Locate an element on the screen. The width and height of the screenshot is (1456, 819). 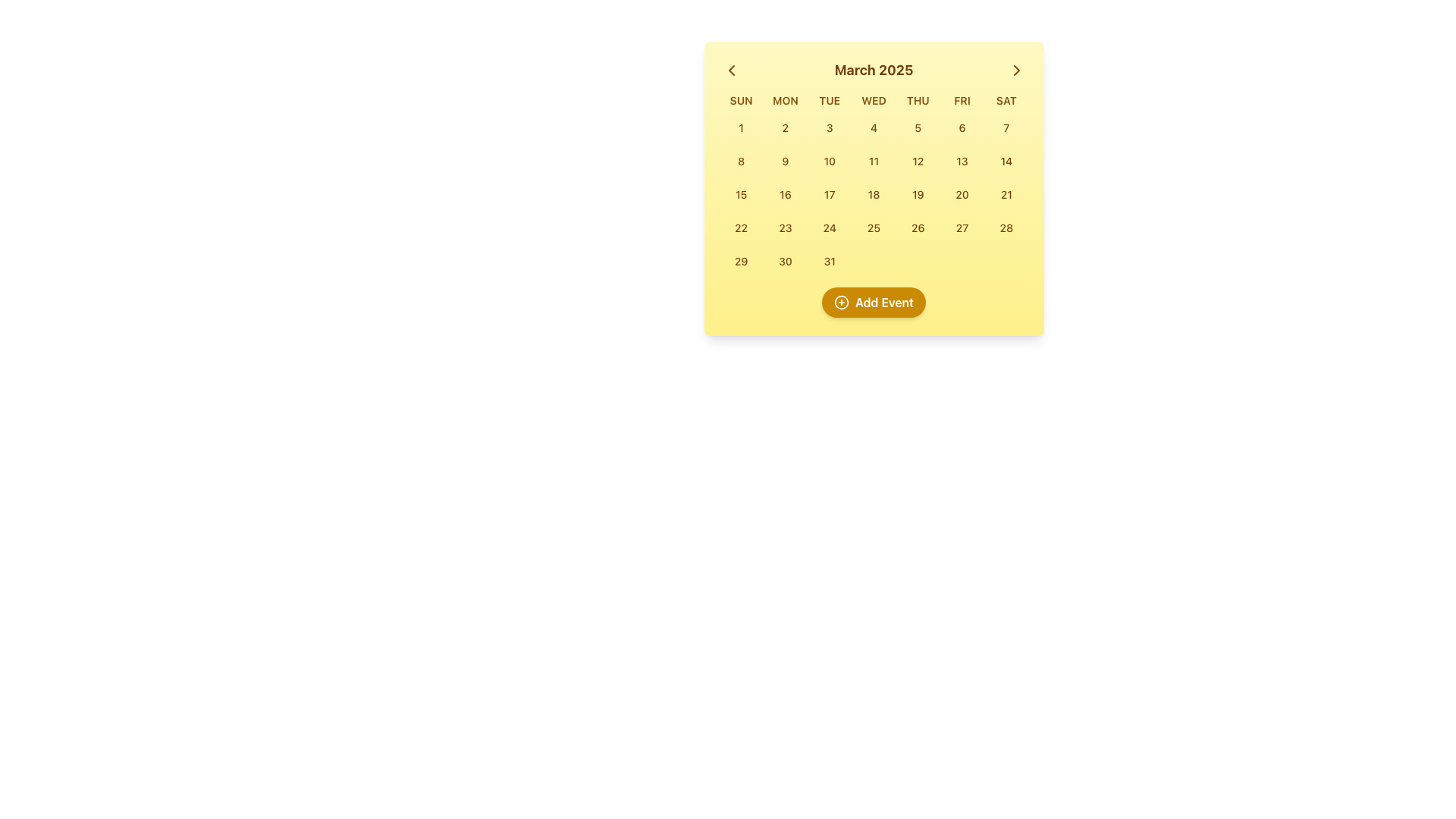
the outer circular component of the 'Add Event' button icon located at the bottom center of the yellow calendar interface is located at coordinates (840, 302).